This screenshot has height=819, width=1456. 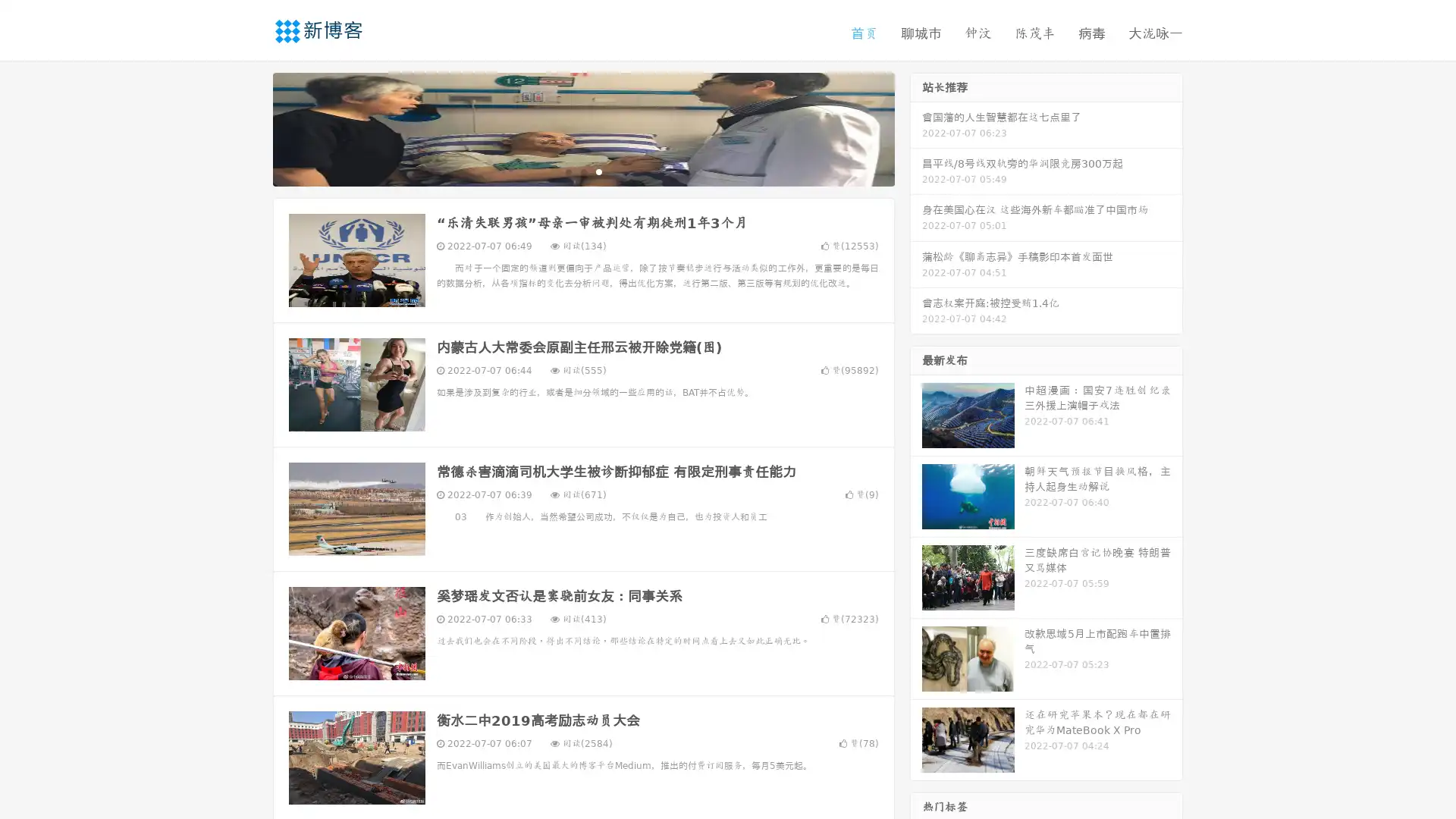 I want to click on Go to slide 2, so click(x=582, y=171).